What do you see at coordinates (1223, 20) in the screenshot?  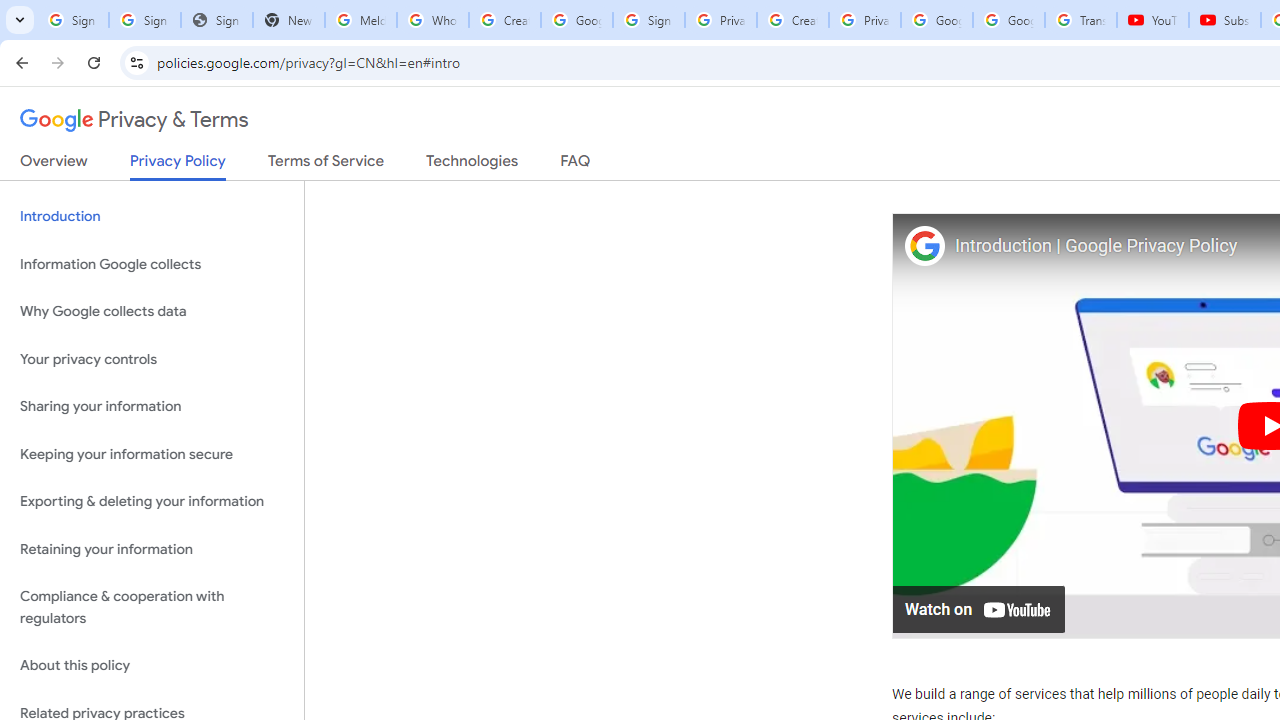 I see `'Subscriptions - YouTube'` at bounding box center [1223, 20].